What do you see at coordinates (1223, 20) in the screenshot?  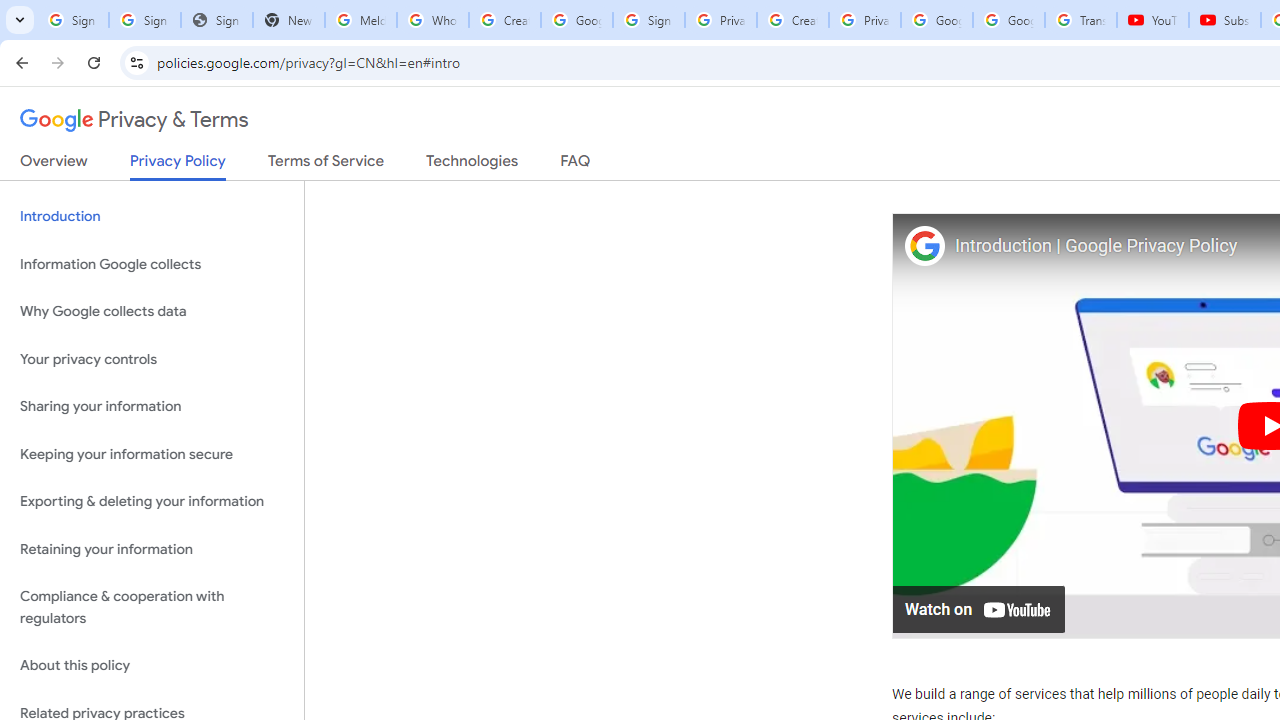 I see `'Subscriptions - YouTube'` at bounding box center [1223, 20].